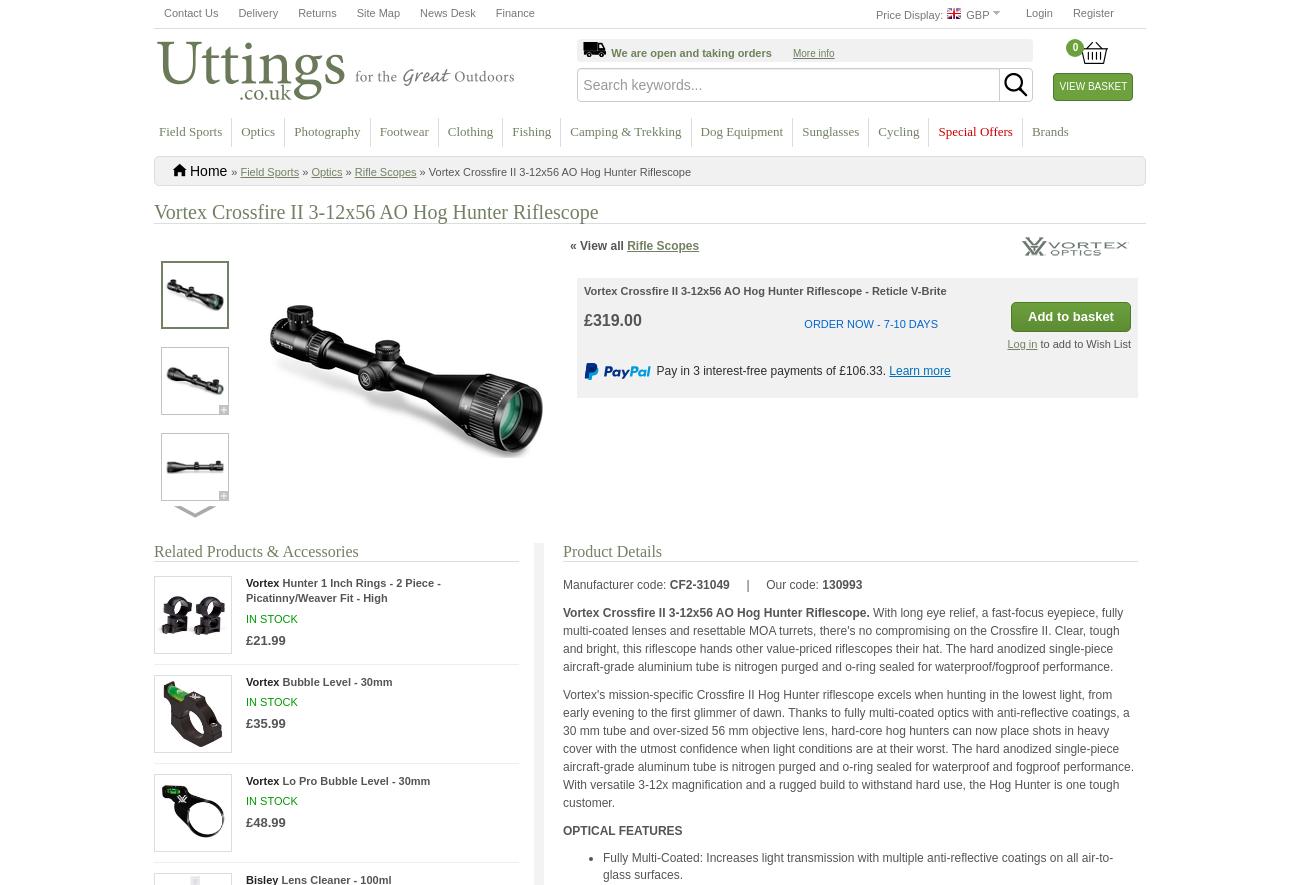 The width and height of the screenshot is (1300, 885). Describe the element at coordinates (843, 637) in the screenshot. I see `'With long eye relief, a fast-focus eyepiece, fully multi-coated lenses and resettable MOA turrets, there's no compromising on the Crossfire II. Clear, tough and bright, this riflescope hands other value-priced riflescopes their hat. The hard anodized single-piece aircraft-grade aluminium tube is nitrogen purged and o-ring sealed for waterproof/fogproof performance.'` at that location.